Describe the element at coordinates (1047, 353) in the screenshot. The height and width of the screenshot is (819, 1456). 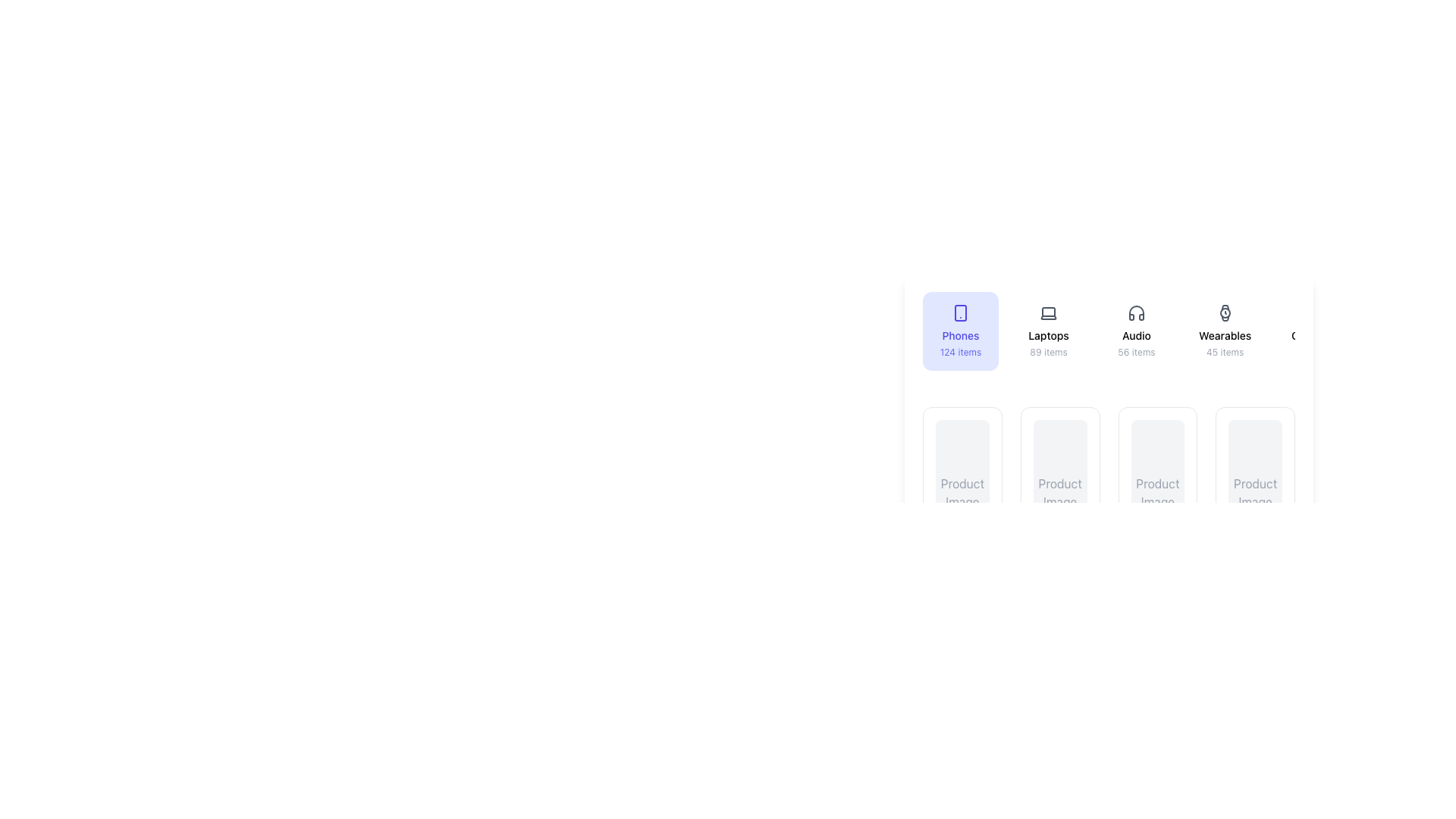
I see `the text label displaying '89 items' located below the word 'Laptops' in a clickable section` at that location.